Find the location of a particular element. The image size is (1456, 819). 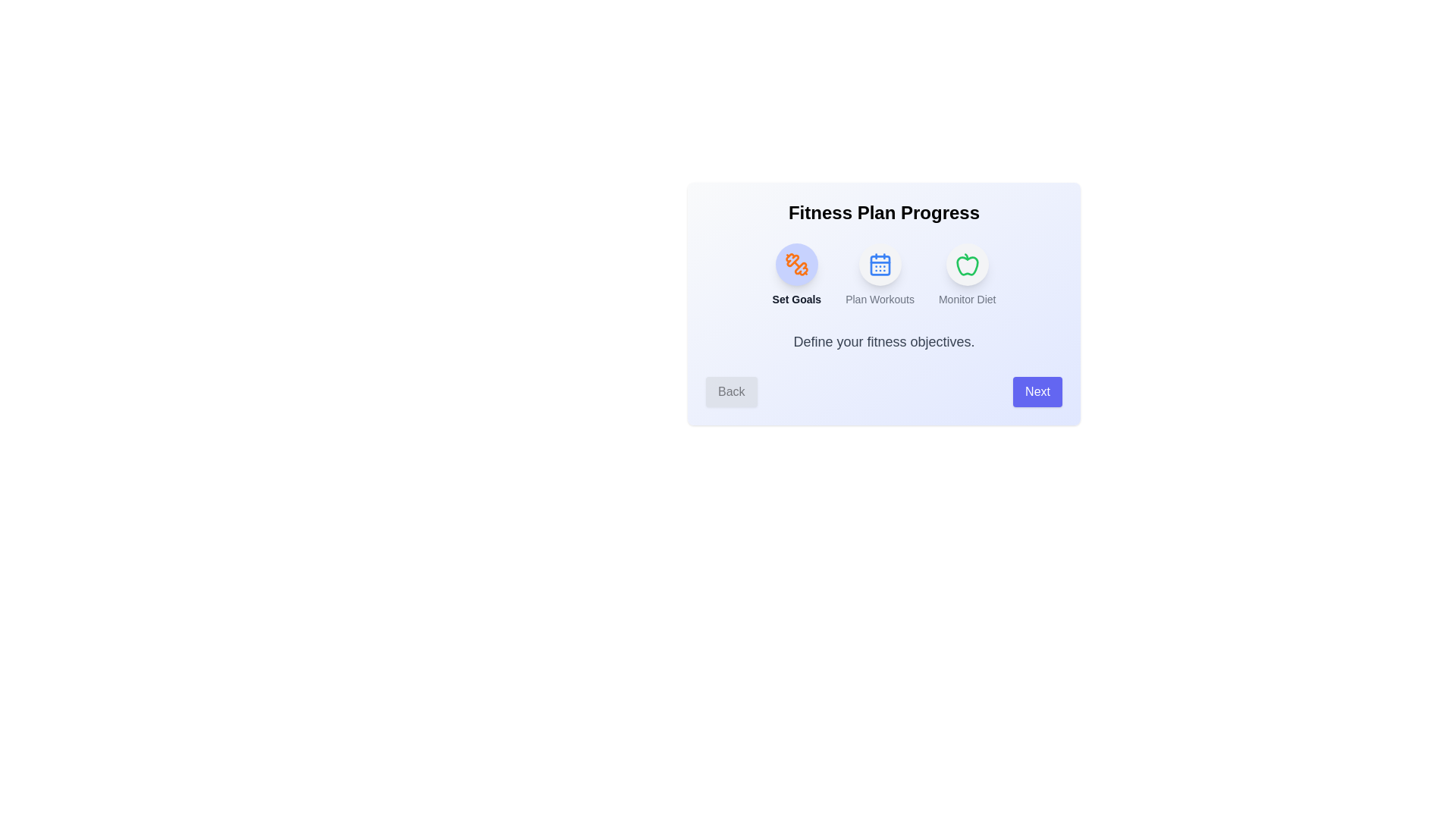

'Next' button to proceed to the next step in the Fitness Plan Stepper is located at coordinates (1037, 391).